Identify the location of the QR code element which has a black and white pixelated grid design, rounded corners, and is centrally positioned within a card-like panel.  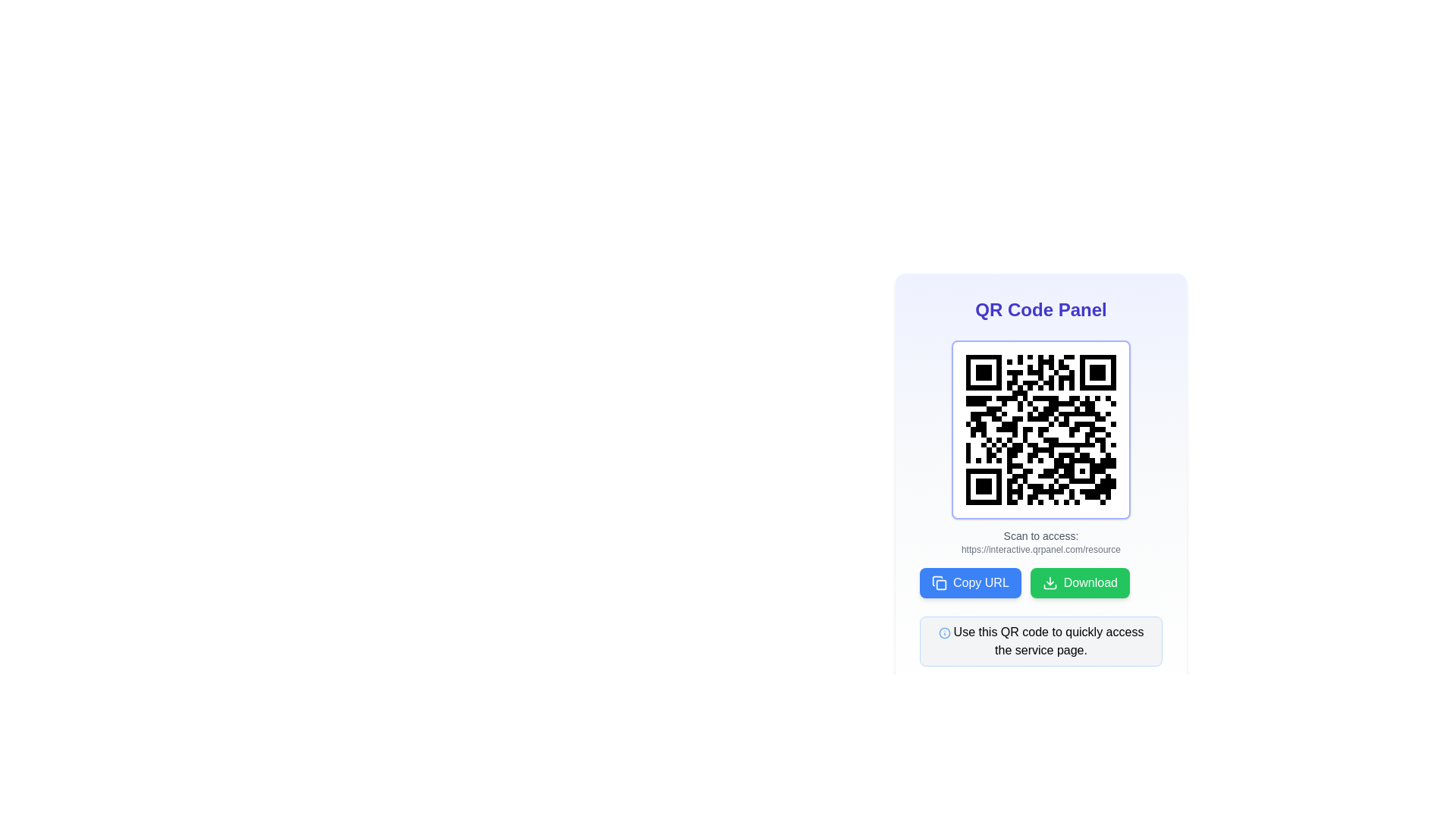
(1040, 430).